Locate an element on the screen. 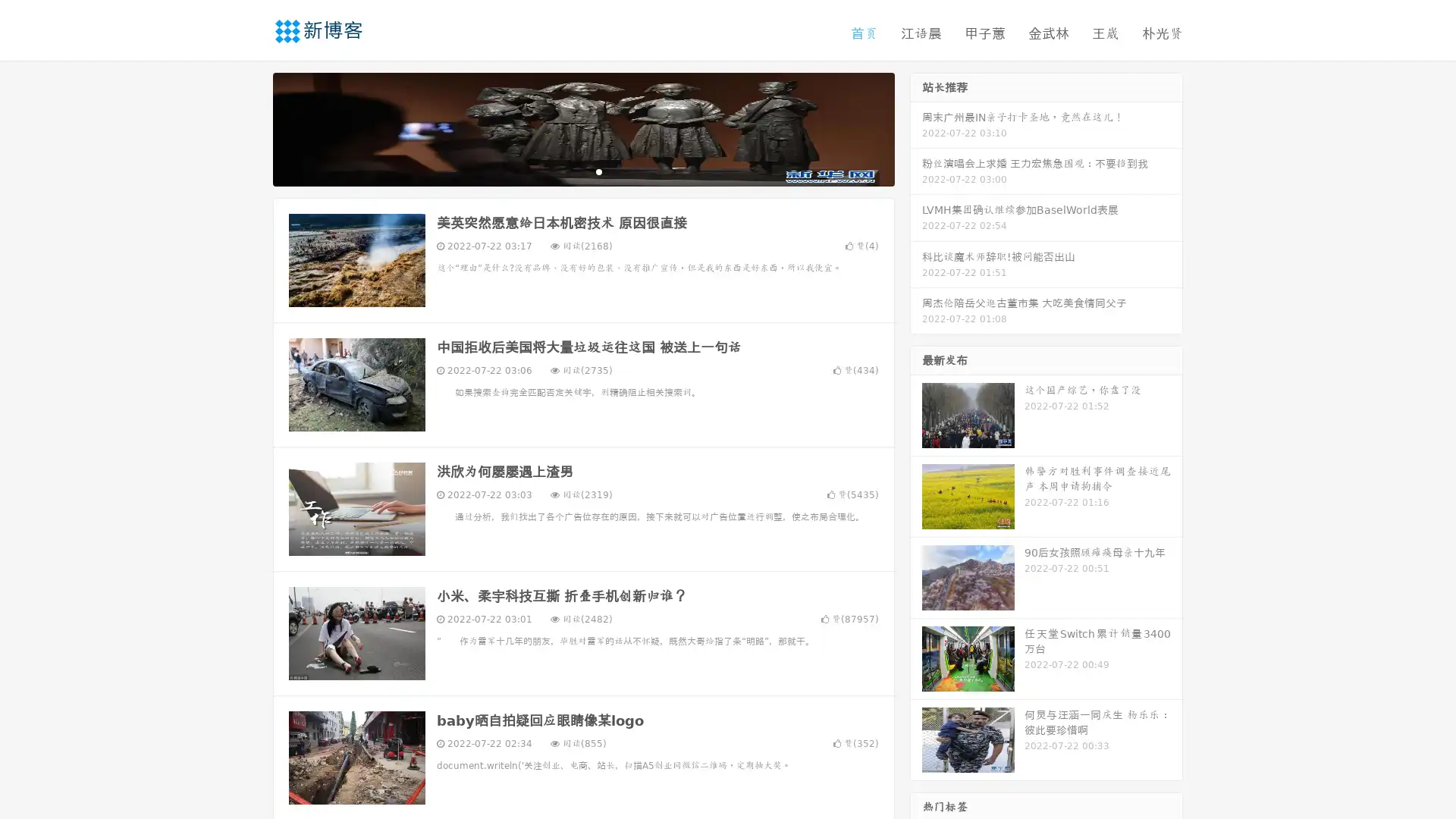 The width and height of the screenshot is (1456, 819). Next slide is located at coordinates (916, 127).